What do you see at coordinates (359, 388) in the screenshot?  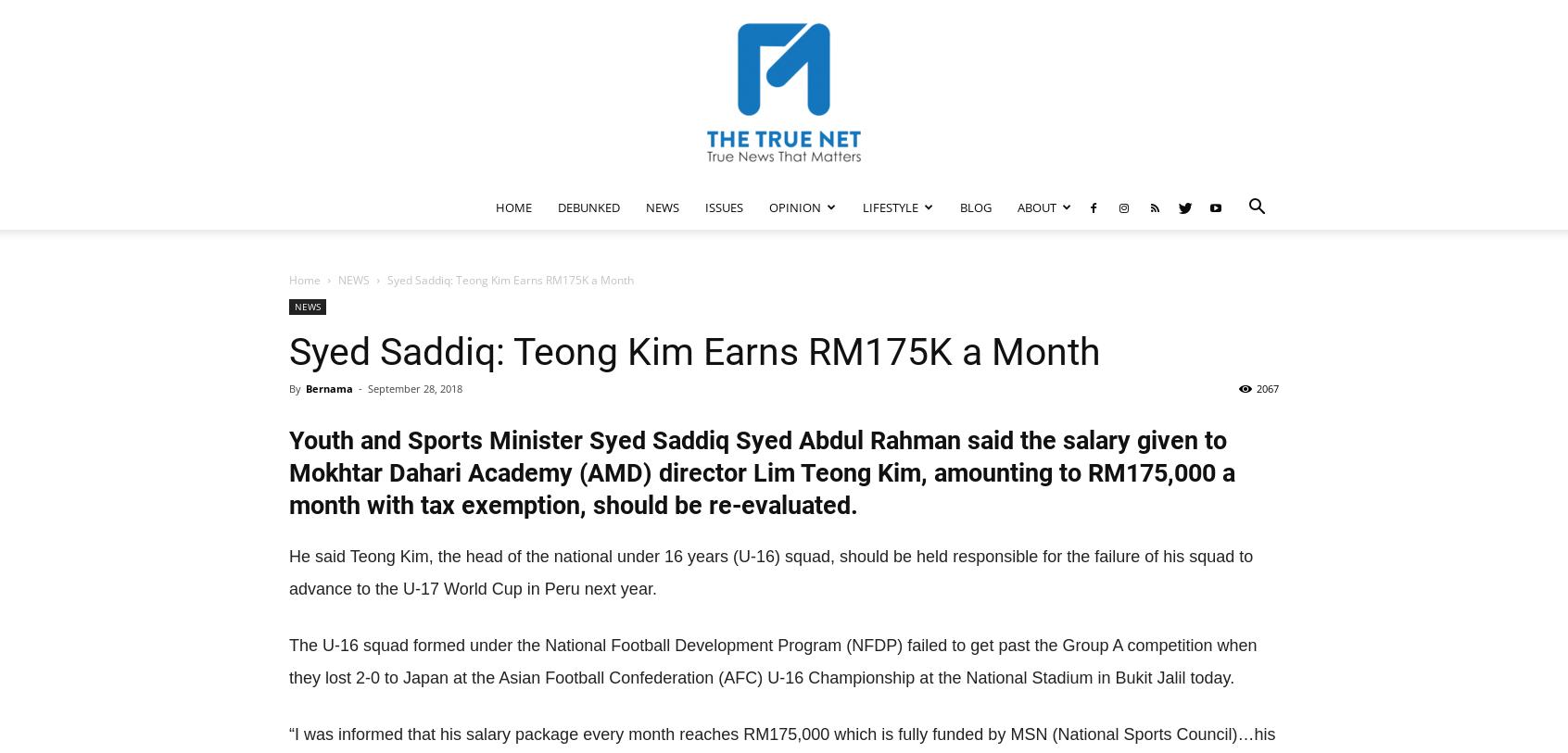 I see `'-'` at bounding box center [359, 388].